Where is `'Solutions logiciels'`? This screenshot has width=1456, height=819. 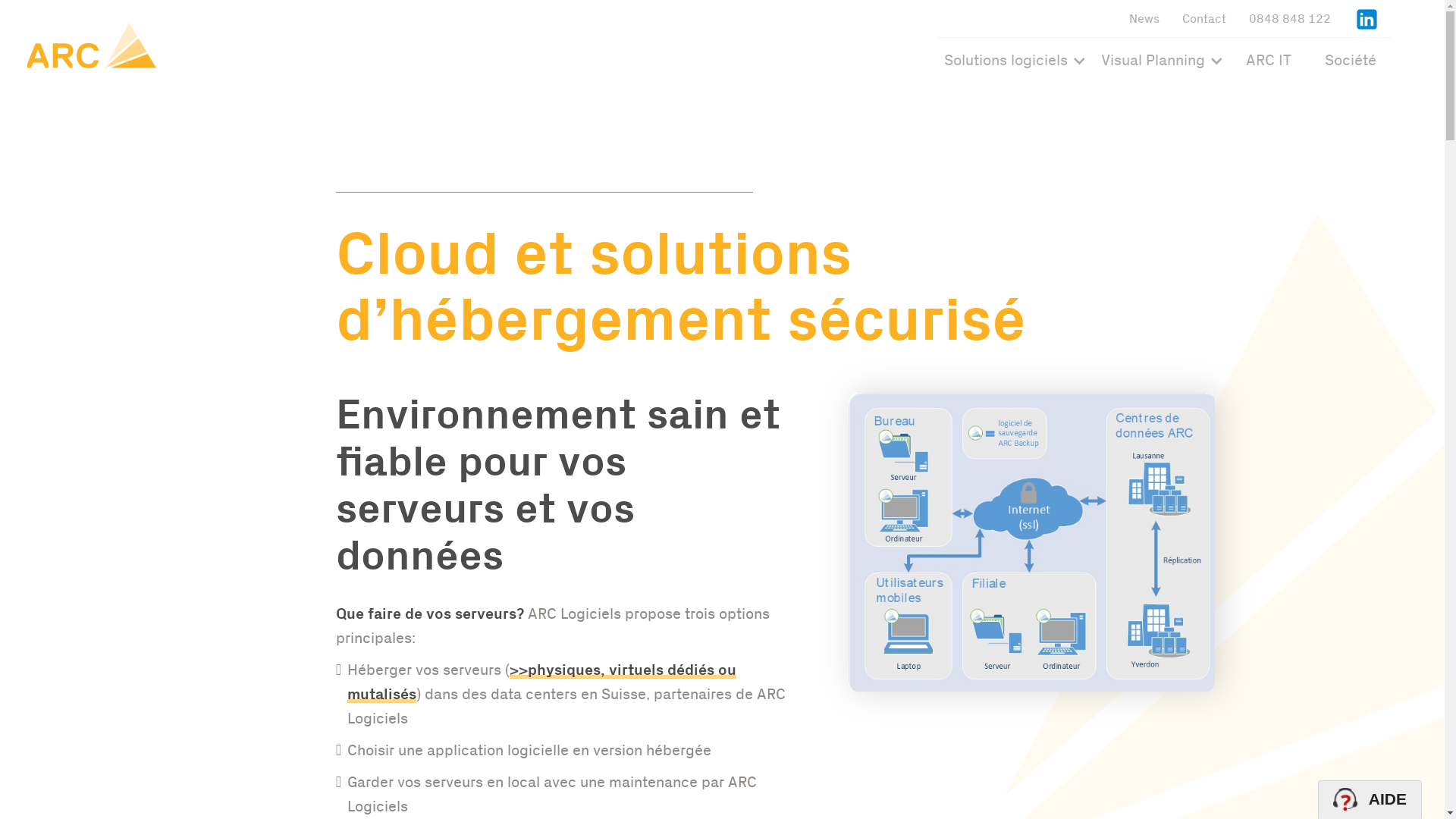
'Solutions logiciels' is located at coordinates (1006, 61).